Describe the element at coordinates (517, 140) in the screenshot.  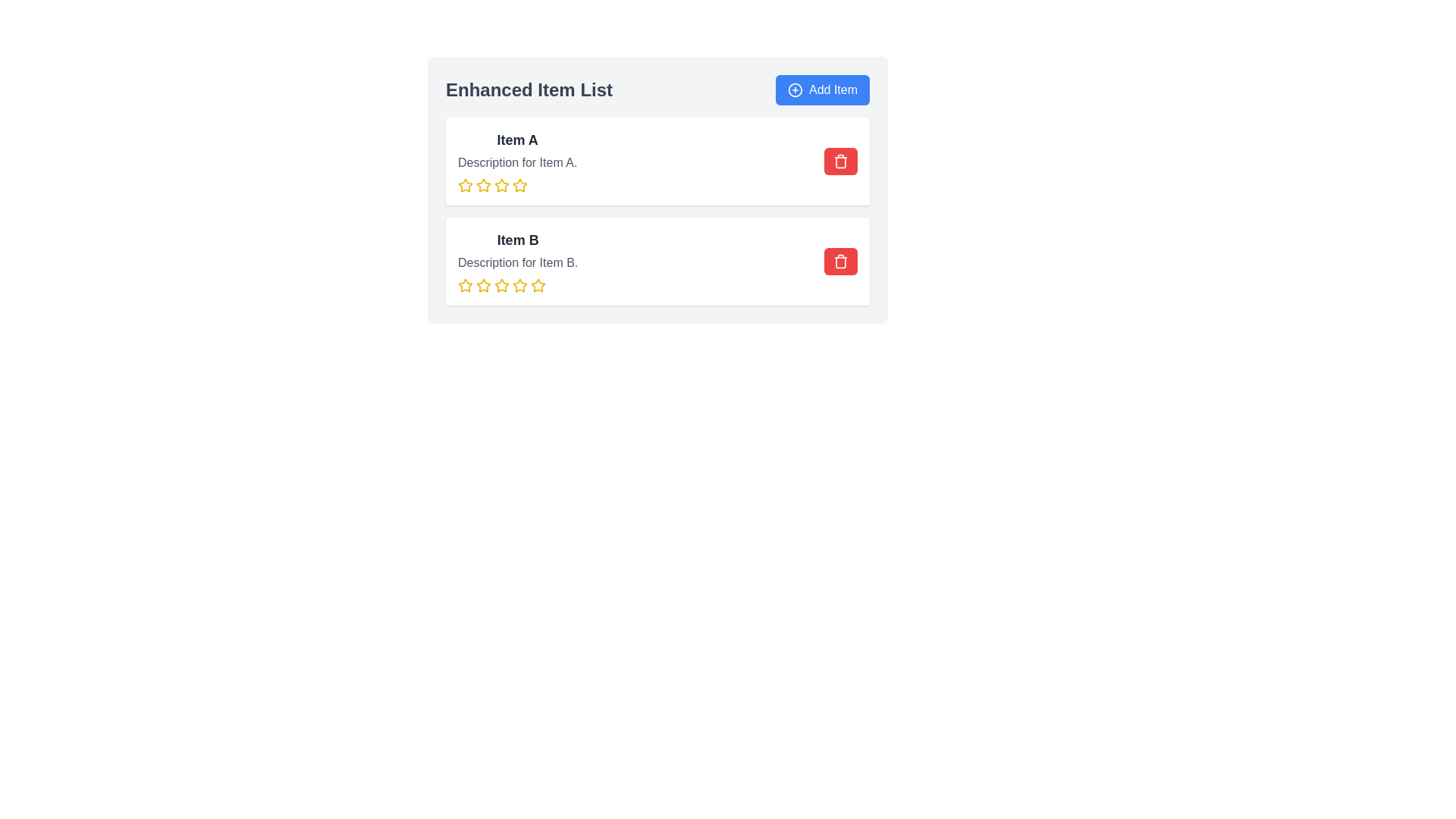
I see `the bold, large text 'Item A' located at the top of the first card within a list of items` at that location.